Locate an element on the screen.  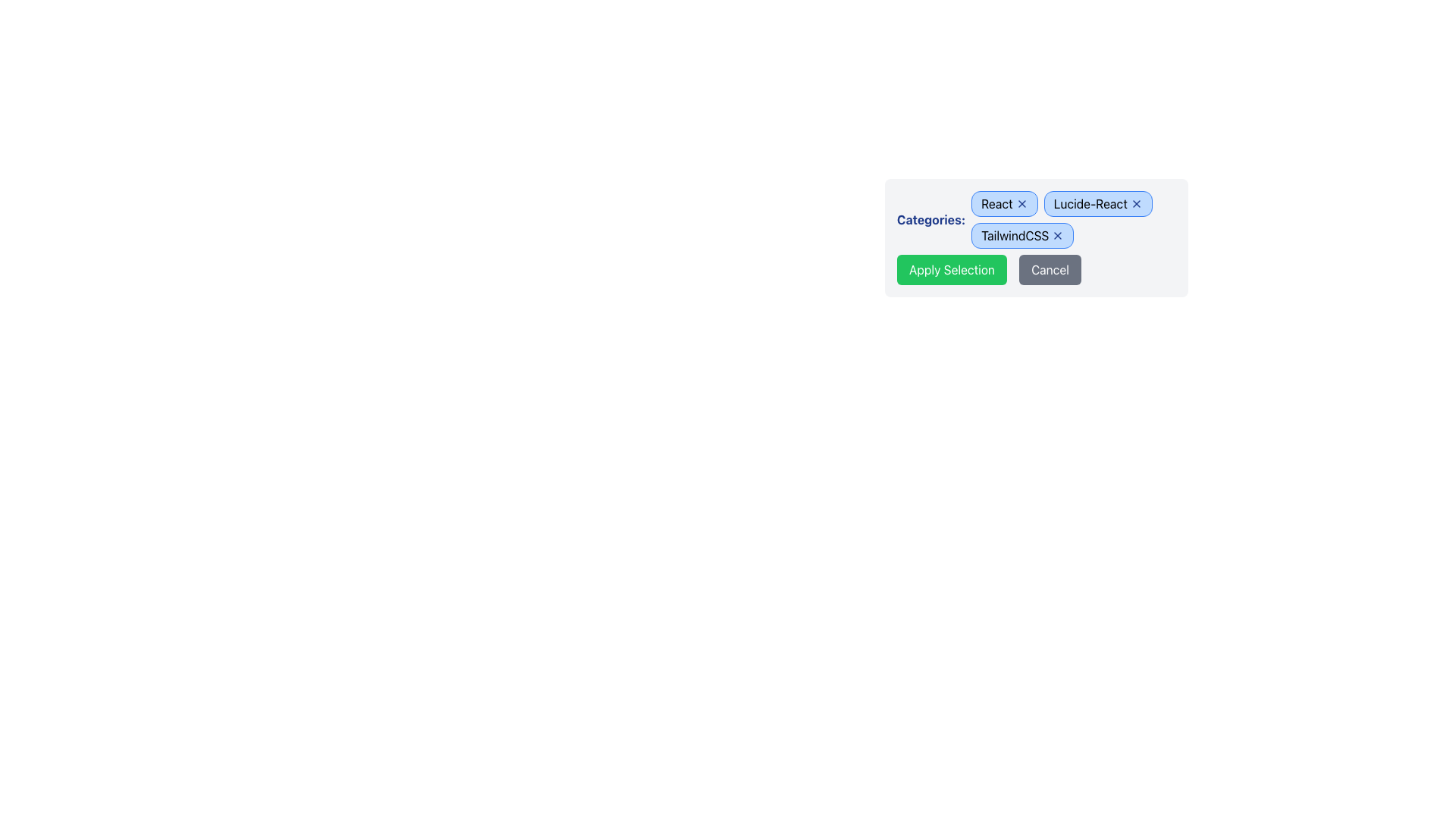
the 'Cancel' button with gray background and white text is located at coordinates (1049, 268).